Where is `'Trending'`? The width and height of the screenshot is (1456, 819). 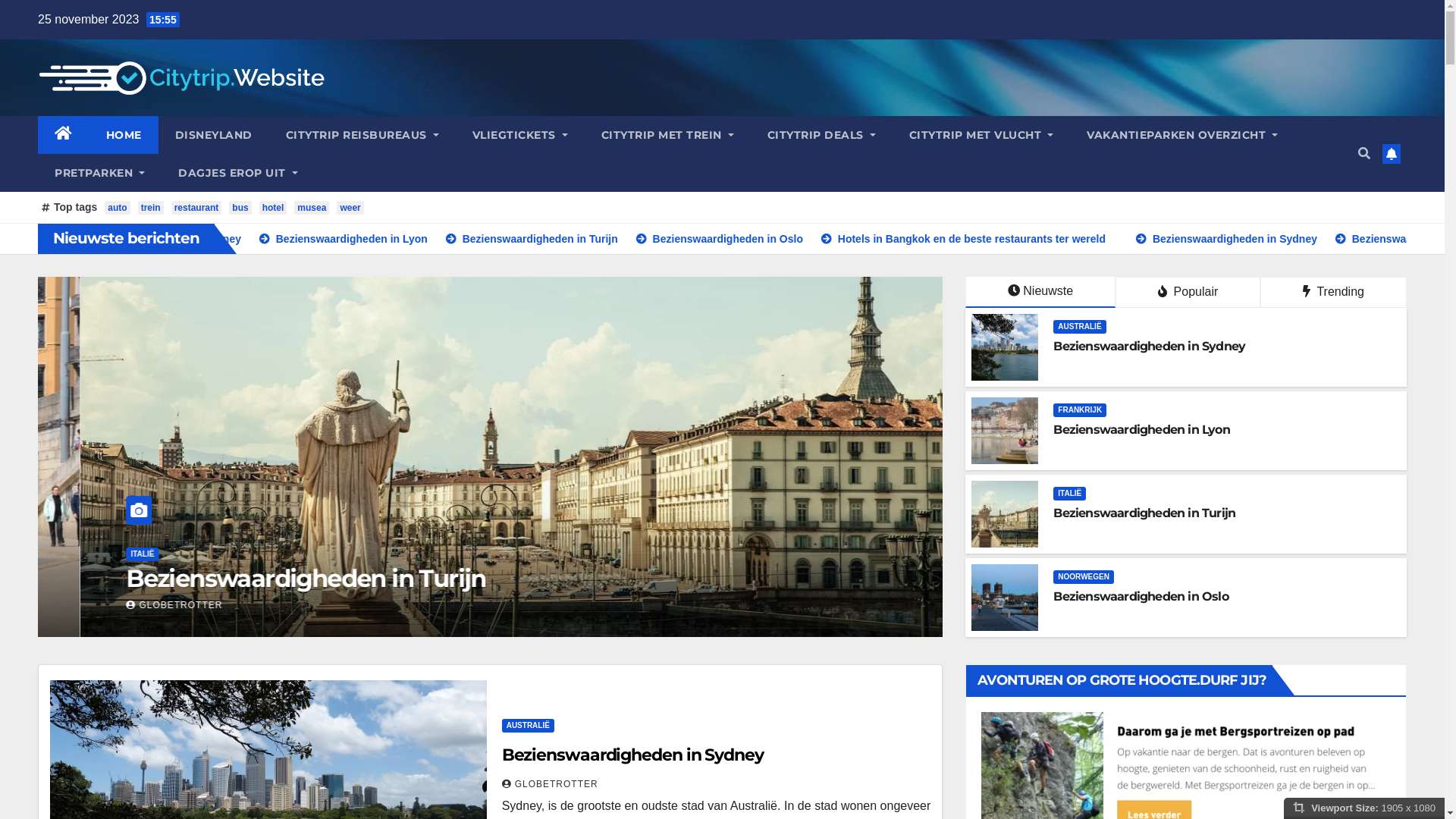 'Trending' is located at coordinates (1260, 292).